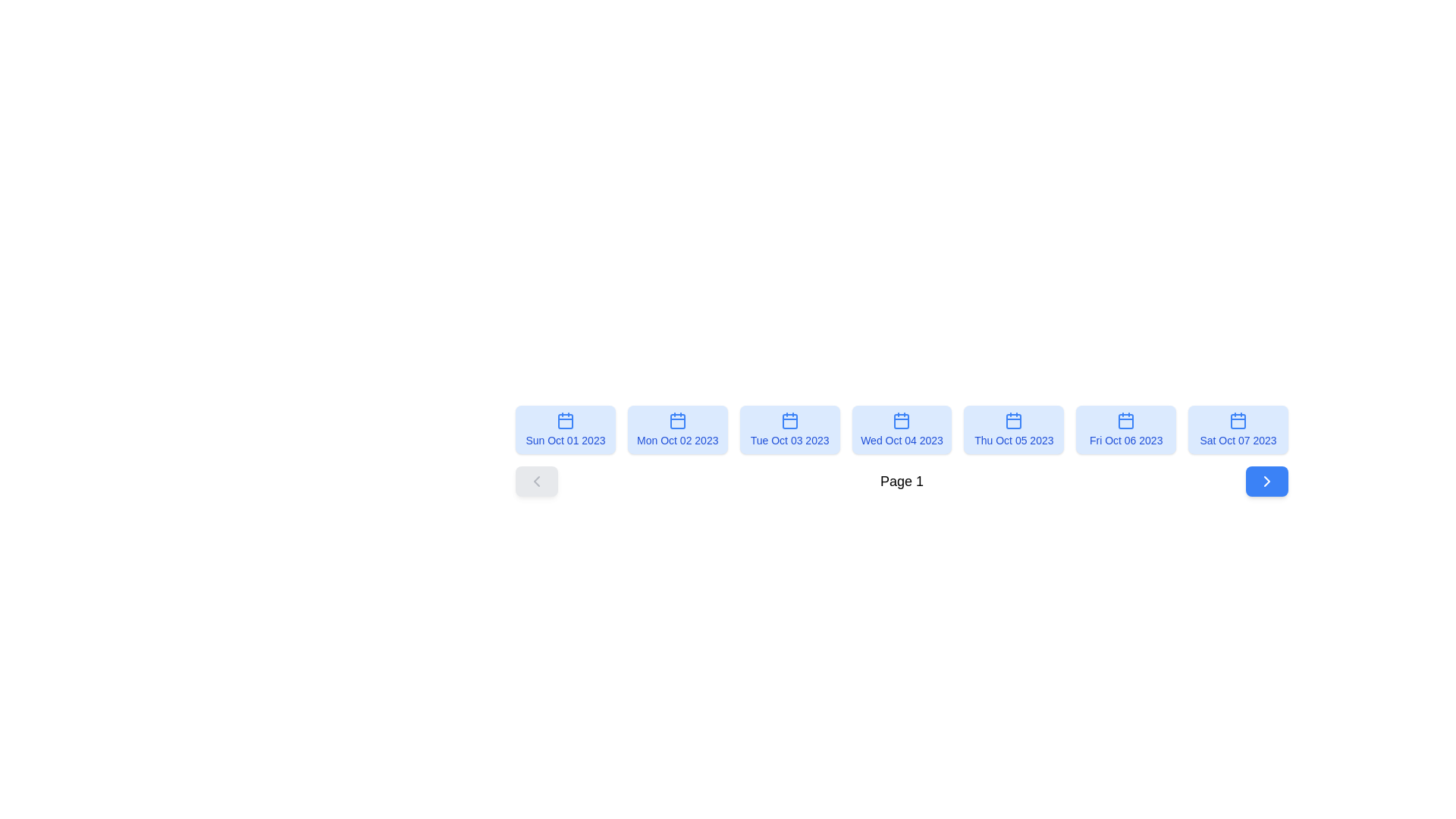 This screenshot has height=819, width=1456. Describe the element at coordinates (1238, 421) in the screenshot. I see `the small square with rounded corners and a blue outline, which is centrally positioned within the calendar icon representing 'Sat Oct 07 2023'` at that location.